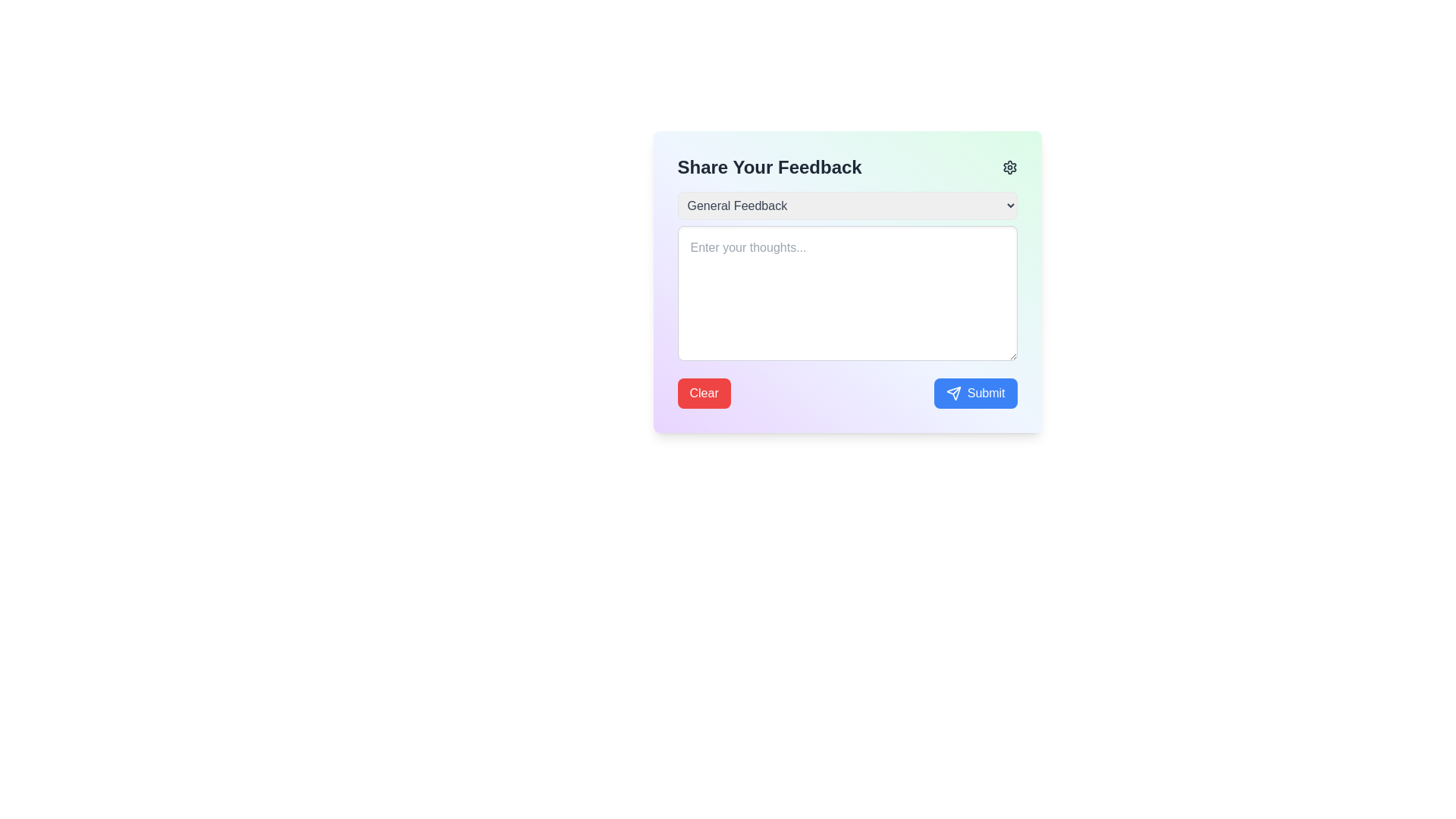 The width and height of the screenshot is (1456, 819). Describe the element at coordinates (952, 393) in the screenshot. I see `the paper plane icon inside the blue 'Submit' button located at the bottom-right corner of the form interface` at that location.